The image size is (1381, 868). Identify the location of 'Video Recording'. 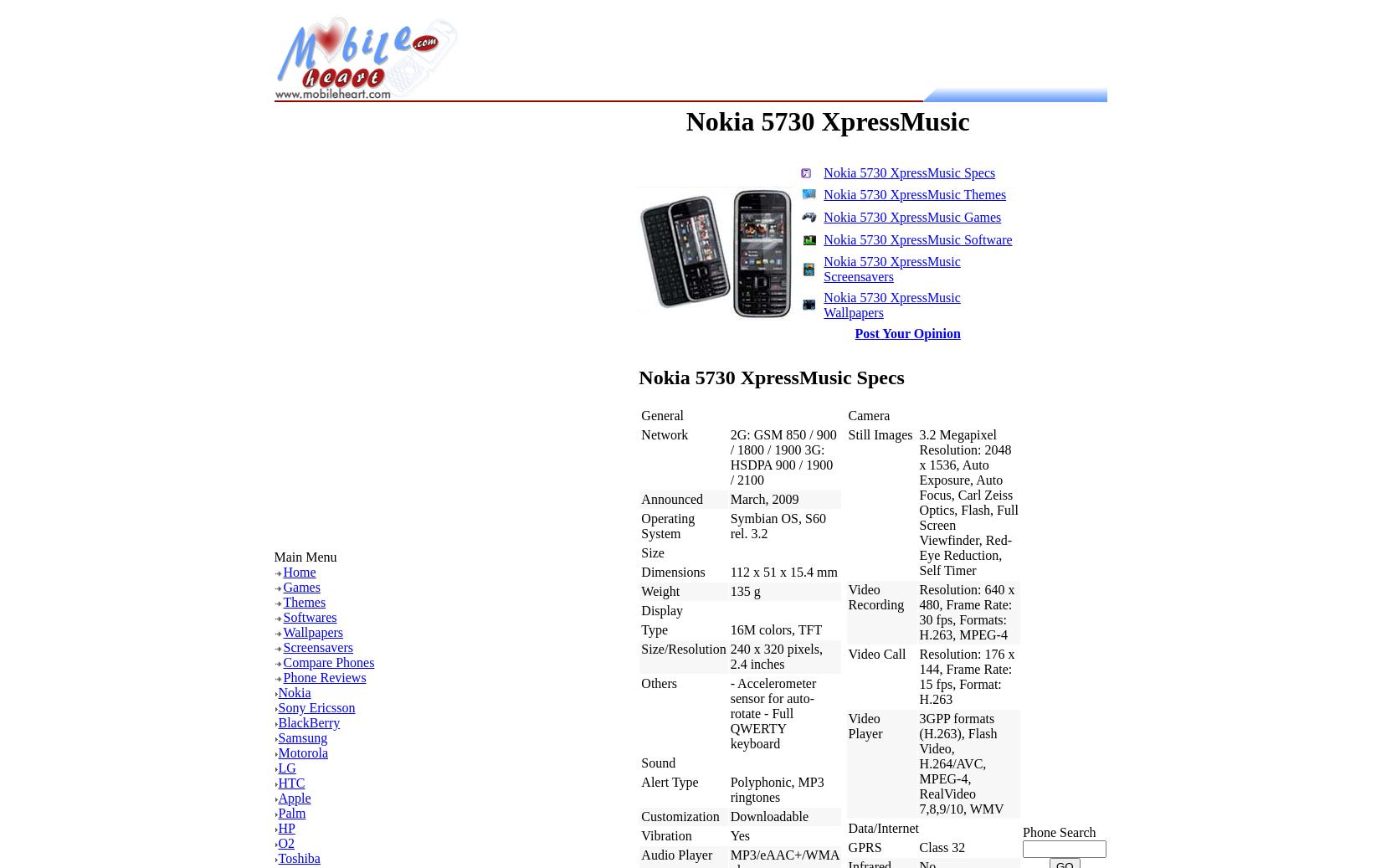
(875, 597).